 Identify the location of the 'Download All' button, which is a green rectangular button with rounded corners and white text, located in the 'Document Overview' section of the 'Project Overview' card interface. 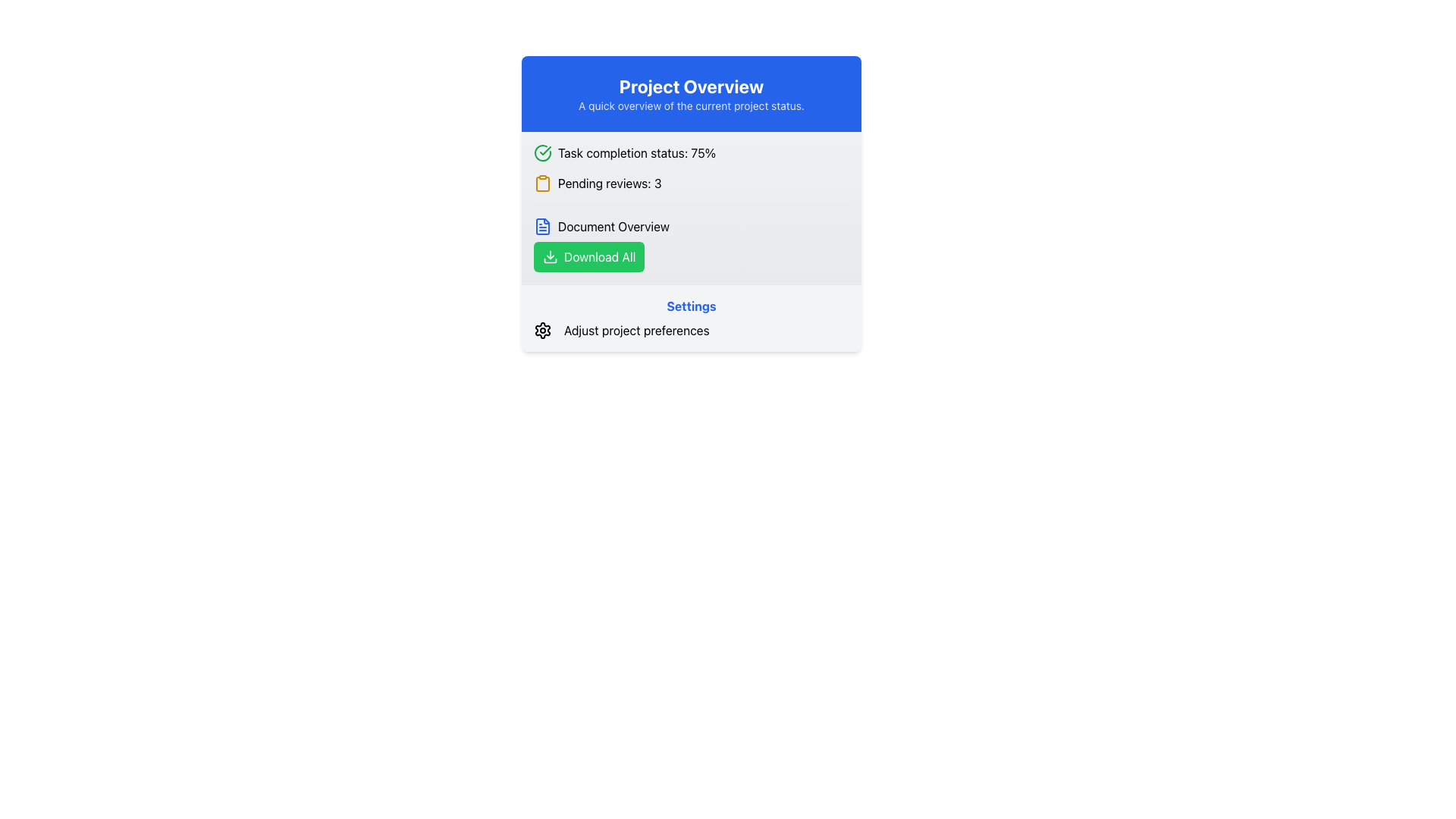
(588, 256).